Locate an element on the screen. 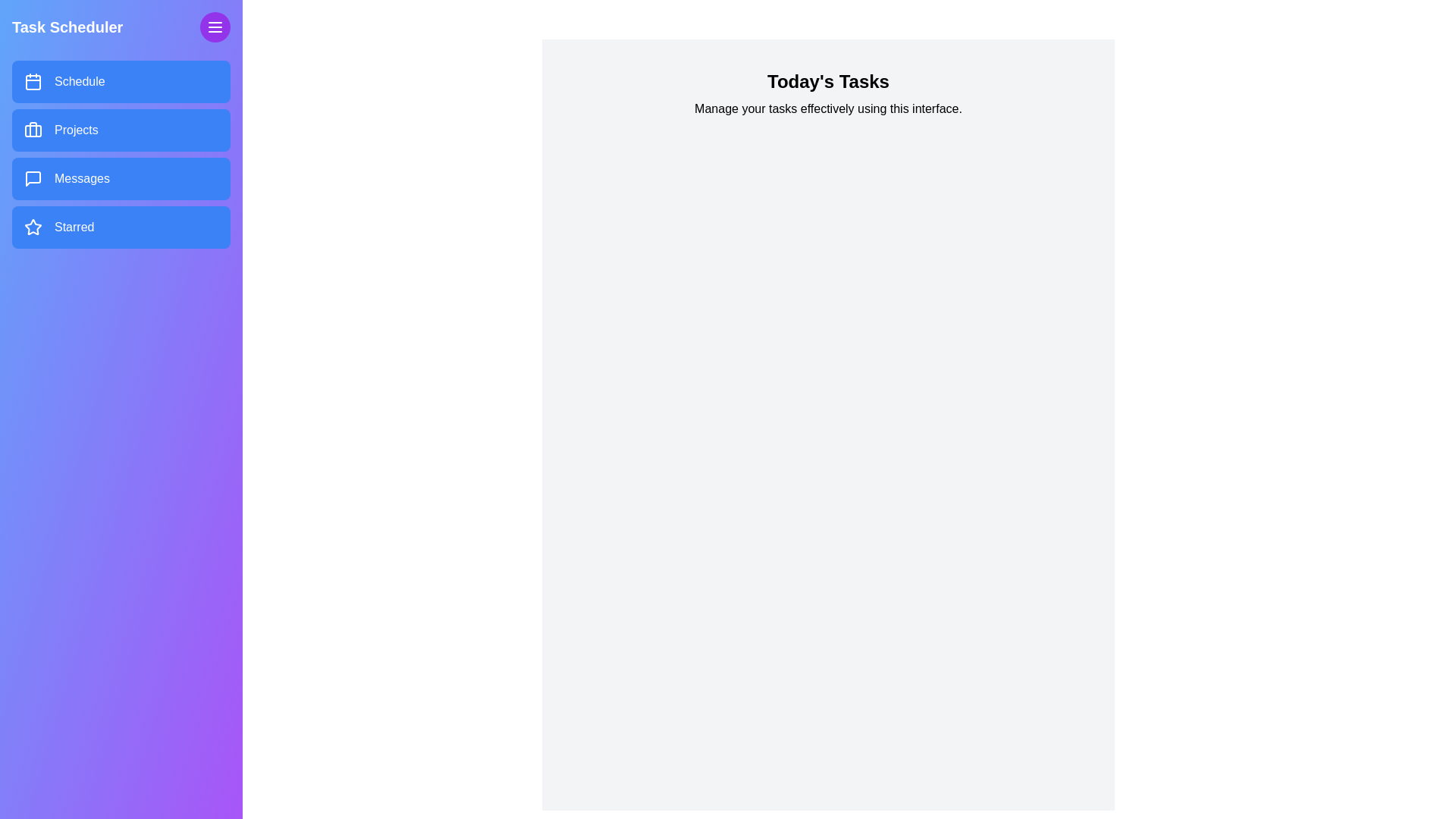 This screenshot has width=1456, height=819. the menu item labeled Schedule is located at coordinates (120, 82).